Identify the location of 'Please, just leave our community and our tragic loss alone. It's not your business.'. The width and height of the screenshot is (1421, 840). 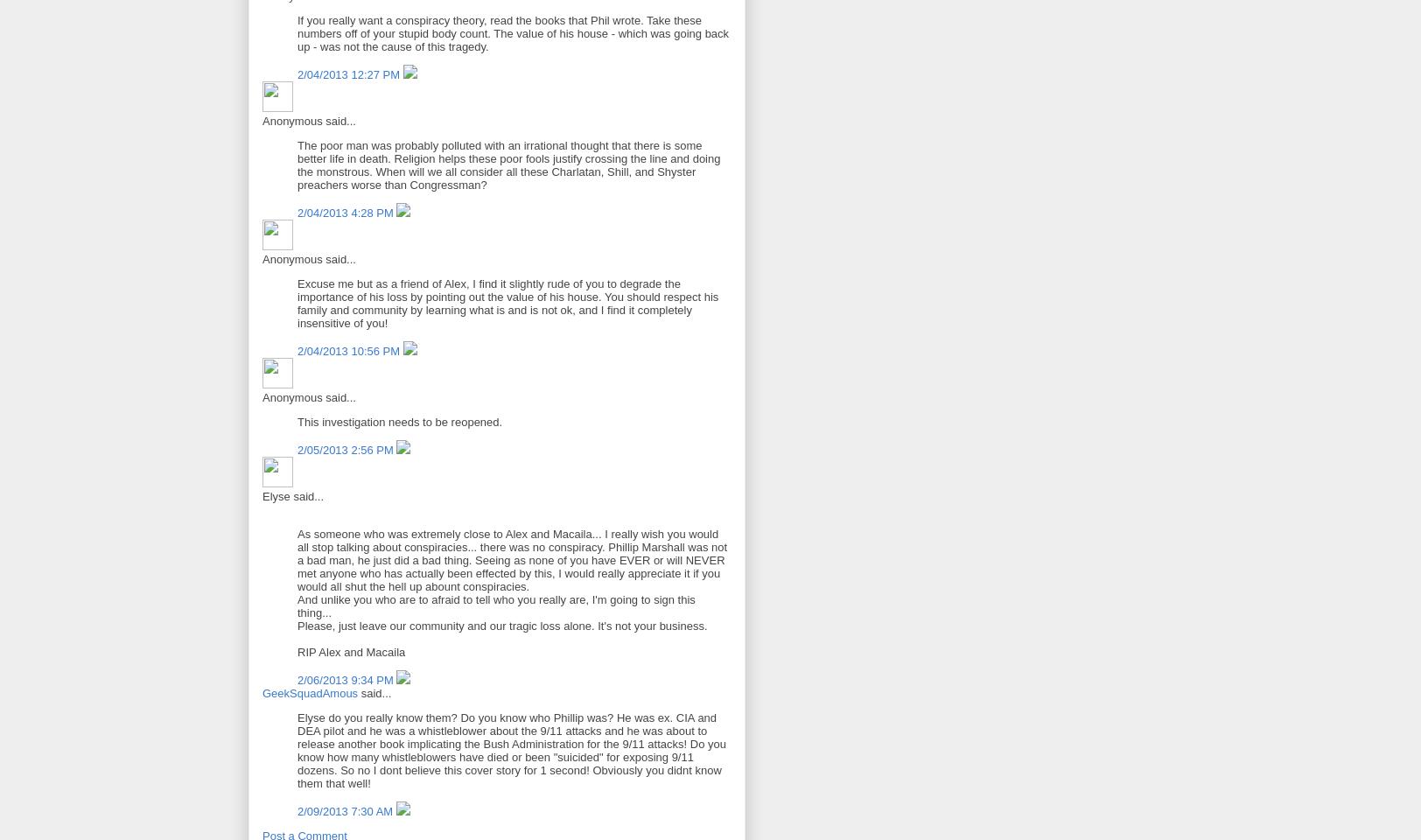
(501, 625).